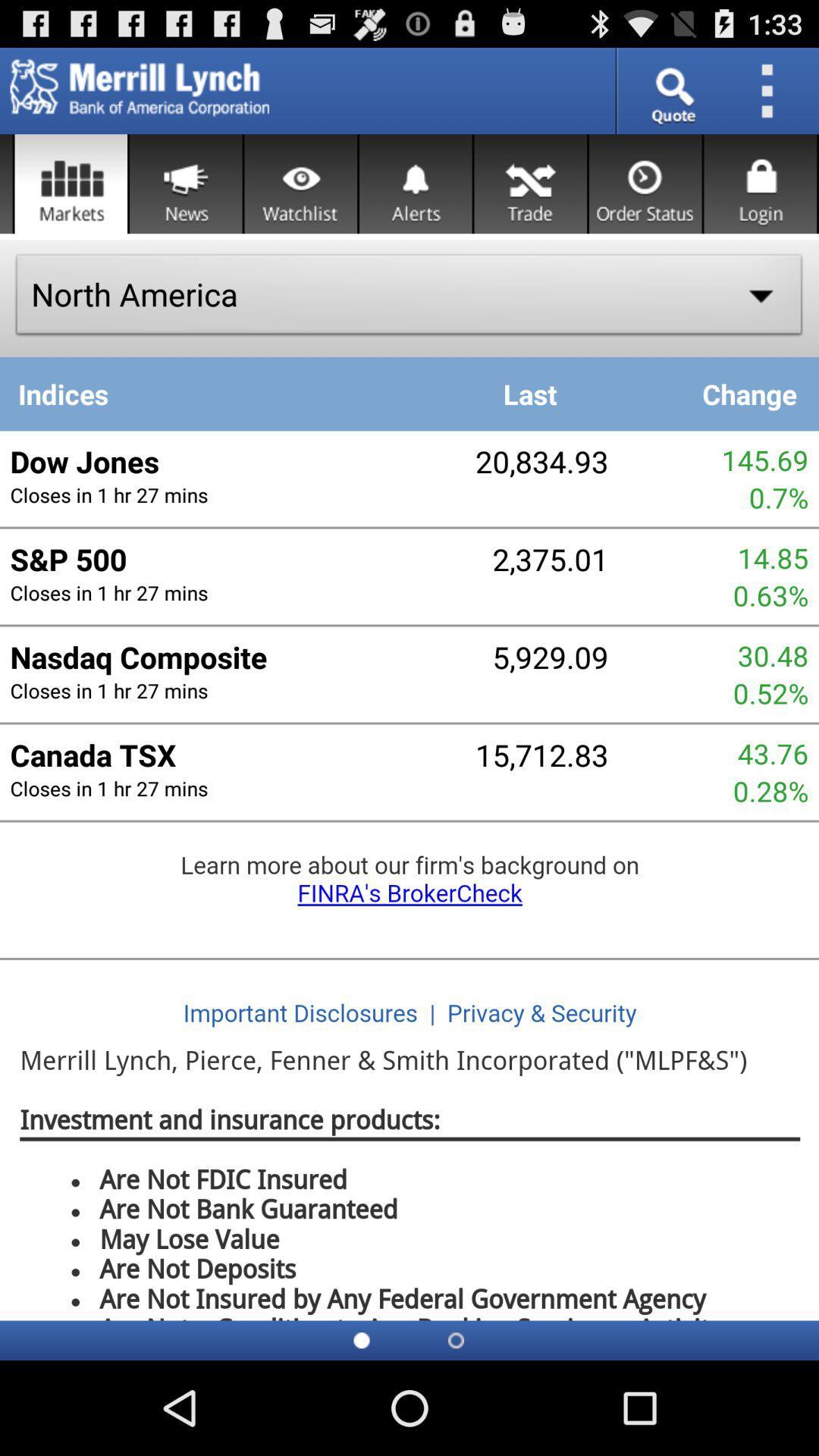  I want to click on the search icon, so click(670, 96).